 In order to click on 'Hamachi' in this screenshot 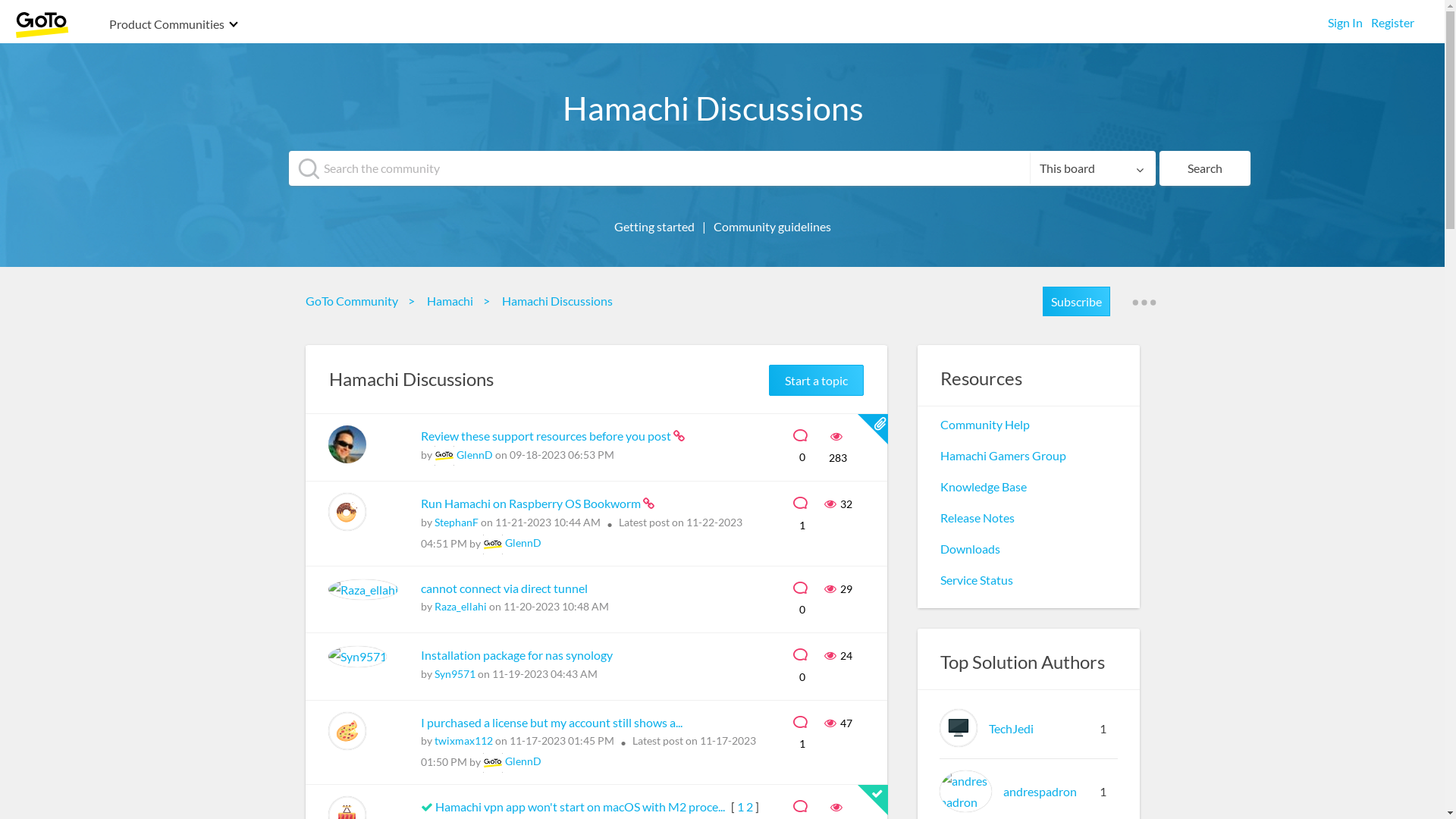, I will do `click(452, 300)`.